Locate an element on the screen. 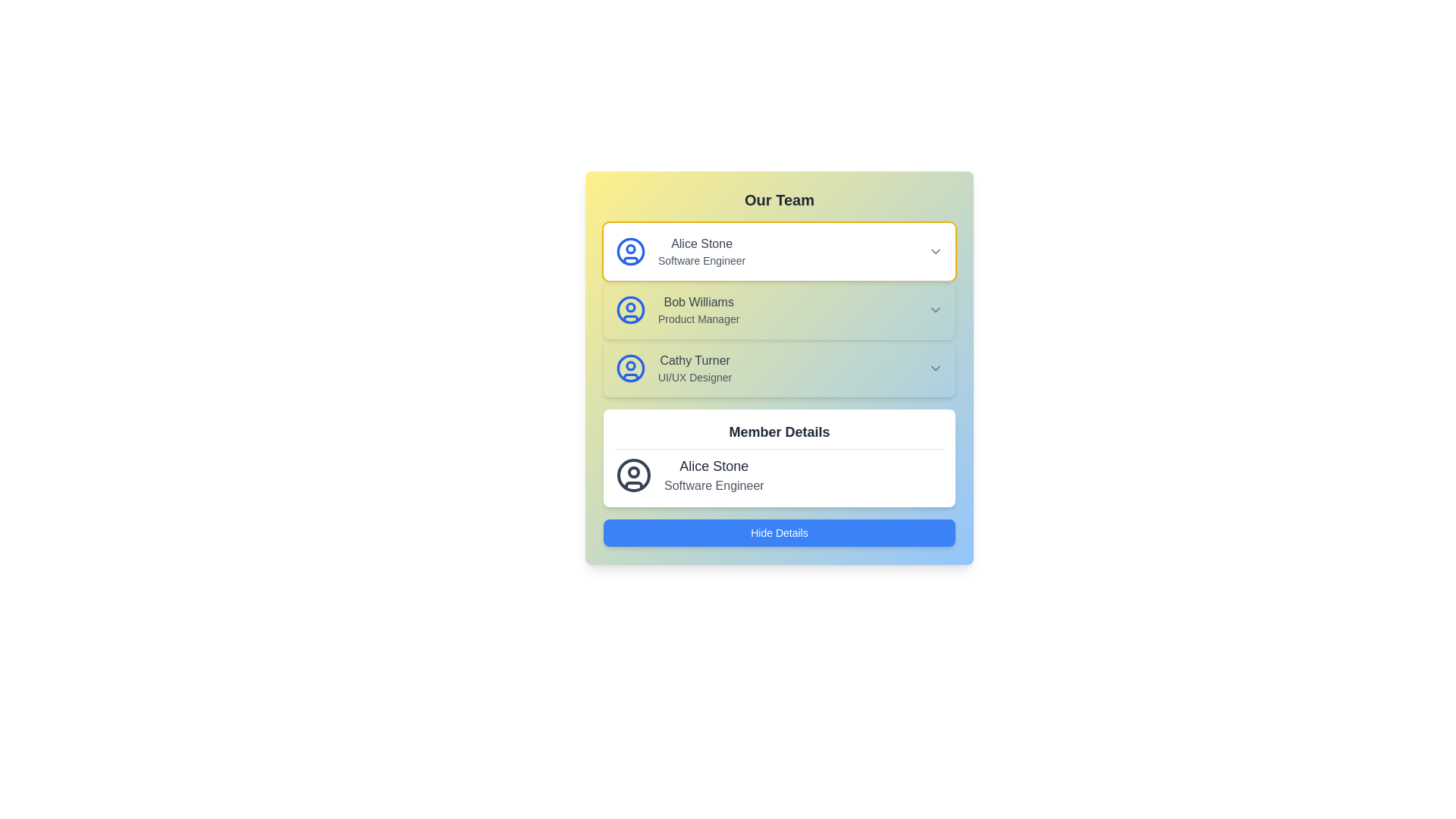 The height and width of the screenshot is (819, 1456). the Text Display element showing 'Alice Stone' and 'Software Engineer' is located at coordinates (713, 475).